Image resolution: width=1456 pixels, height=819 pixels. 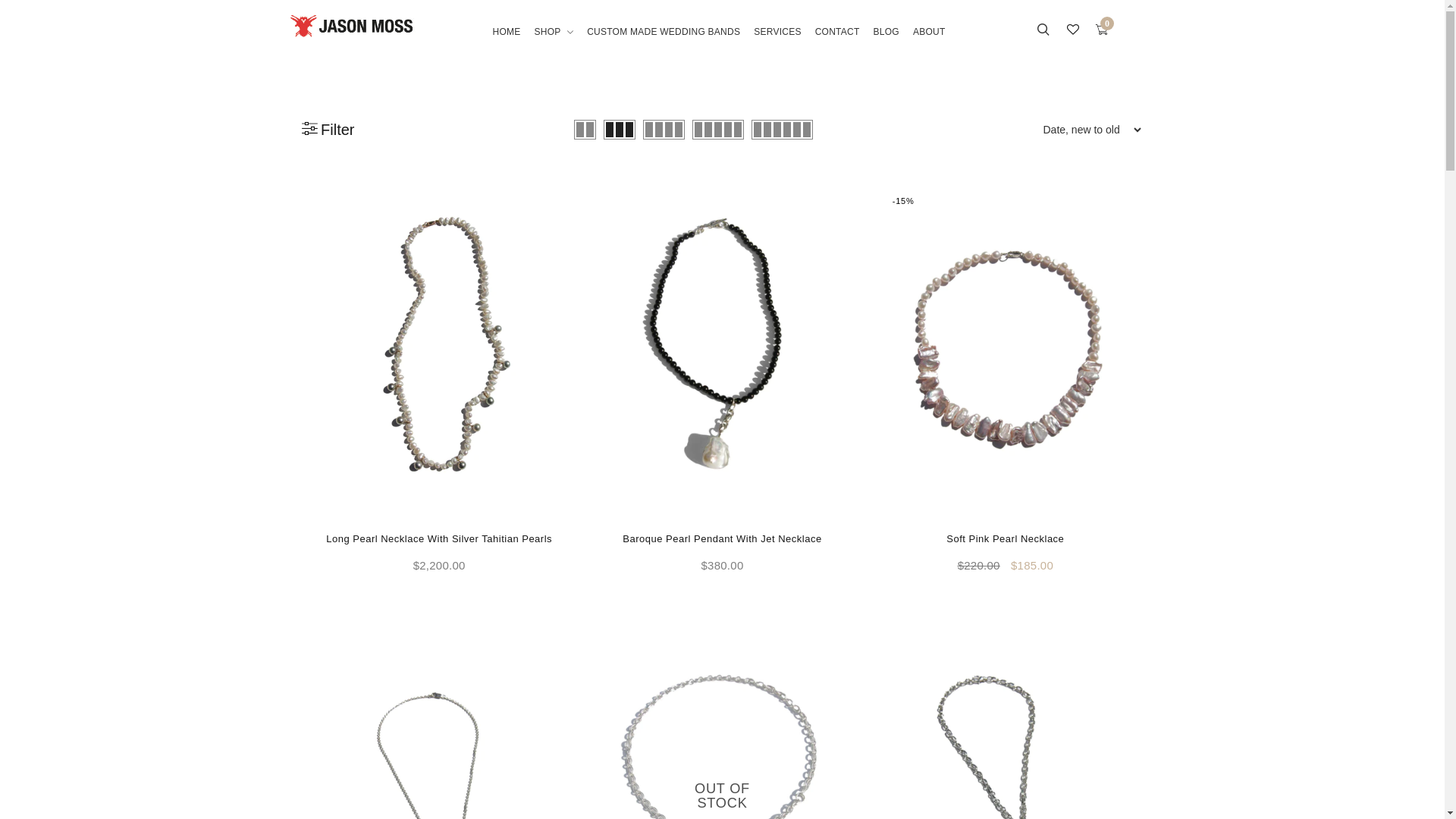 What do you see at coordinates (1005, 538) in the screenshot?
I see `'Soft Pink Pearl Necklace'` at bounding box center [1005, 538].